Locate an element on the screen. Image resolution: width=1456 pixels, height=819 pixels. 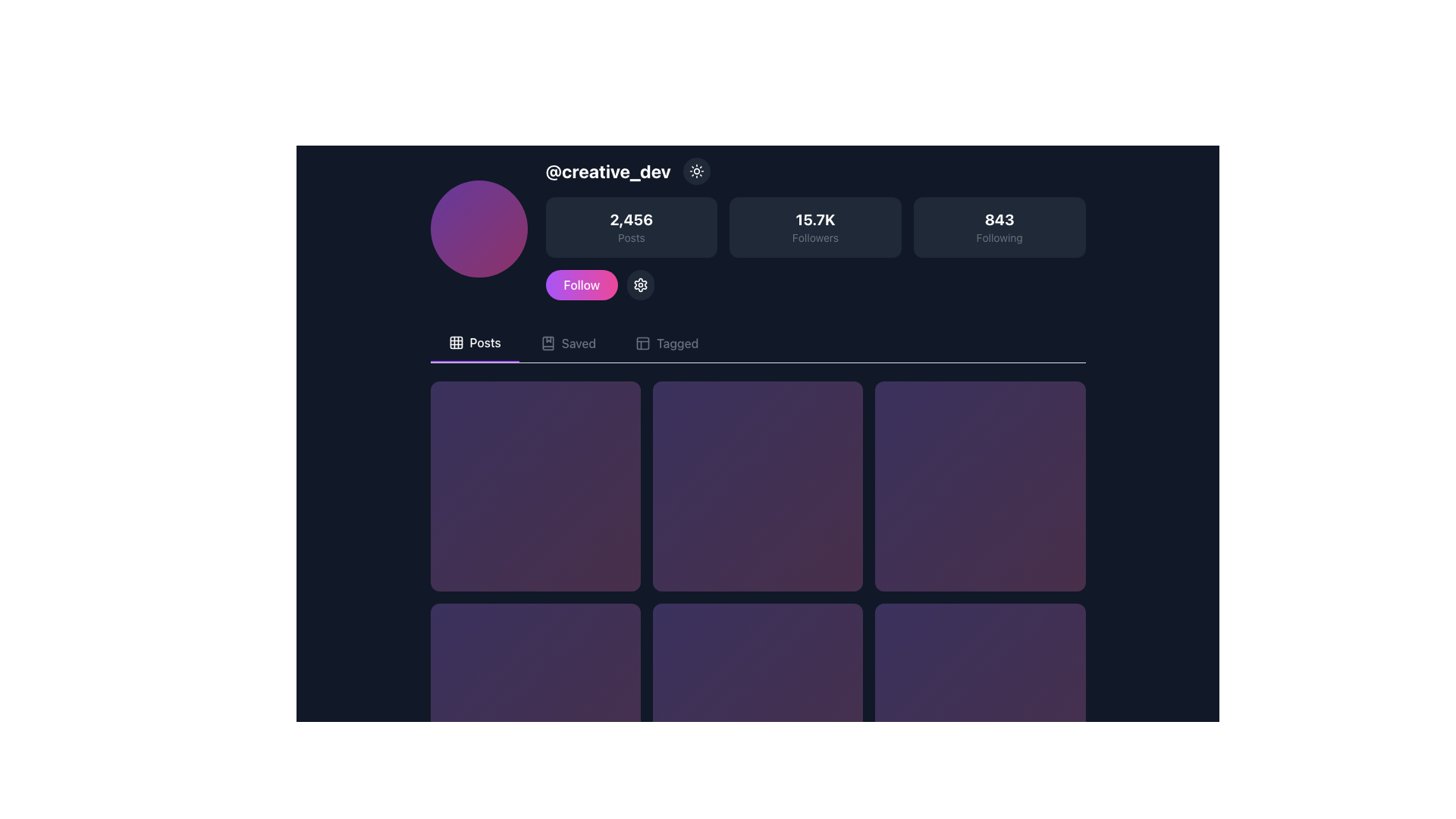
the SVG-based Bookmark icon located in the category selection bar next to 'Posts' and 'Tagged' section titles is located at coordinates (547, 343).